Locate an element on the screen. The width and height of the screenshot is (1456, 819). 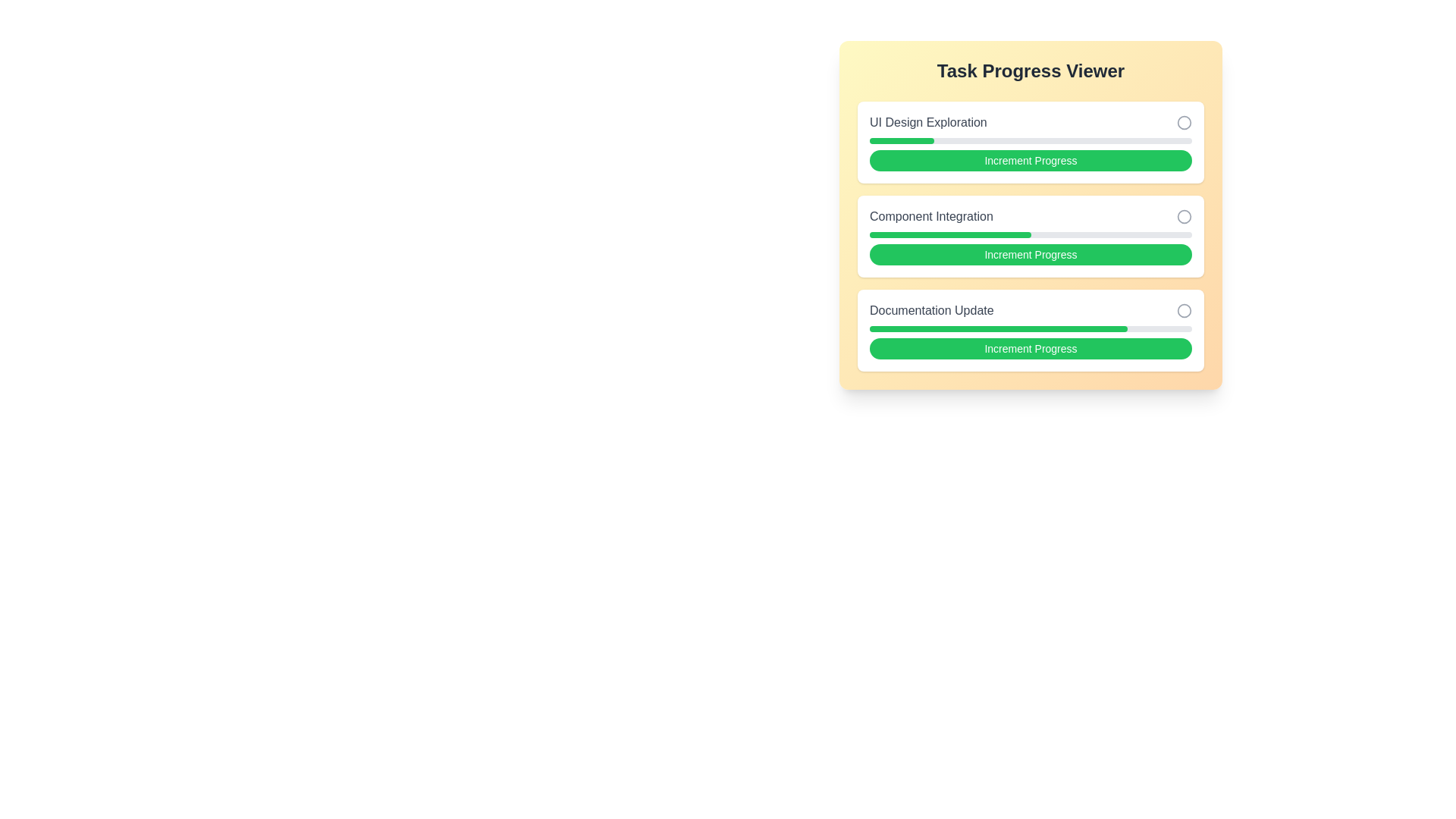
the Task title element displaying 'Documentation Update' with a status indicator, located in the third position of the vertical stack in the 'Task Progress Viewer' is located at coordinates (1031, 309).